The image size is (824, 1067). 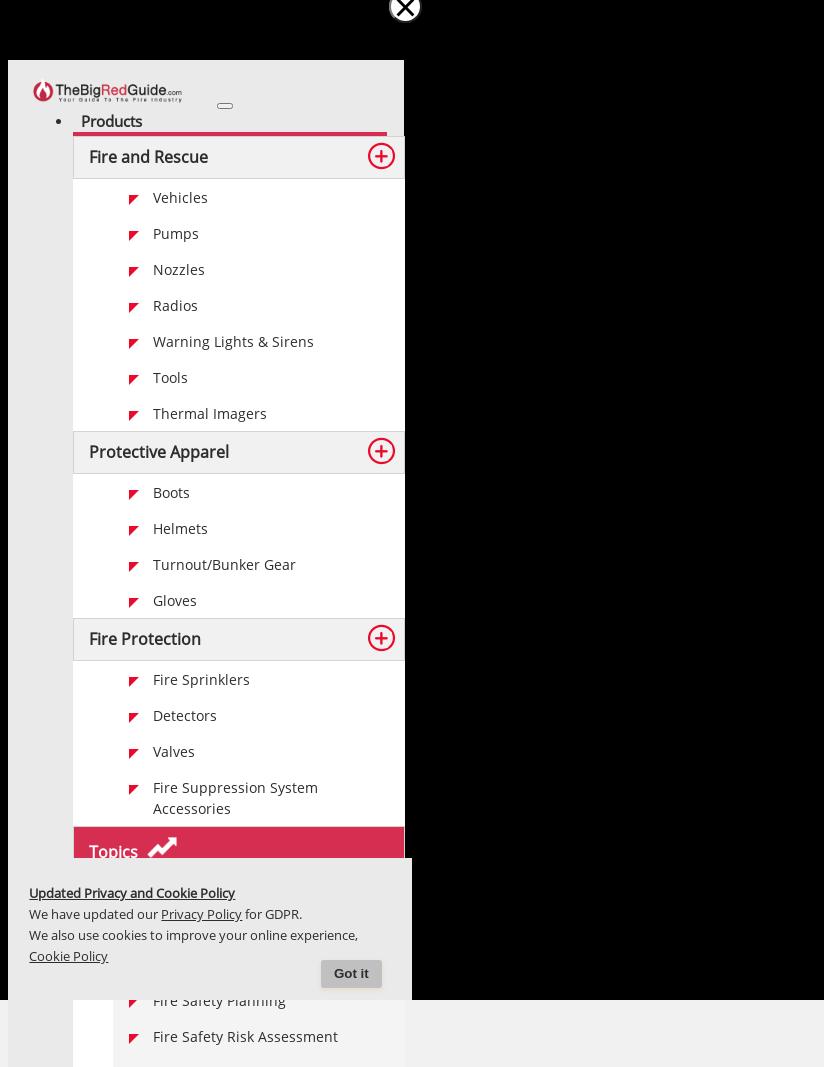 I want to click on 'Boots', so click(x=170, y=491).